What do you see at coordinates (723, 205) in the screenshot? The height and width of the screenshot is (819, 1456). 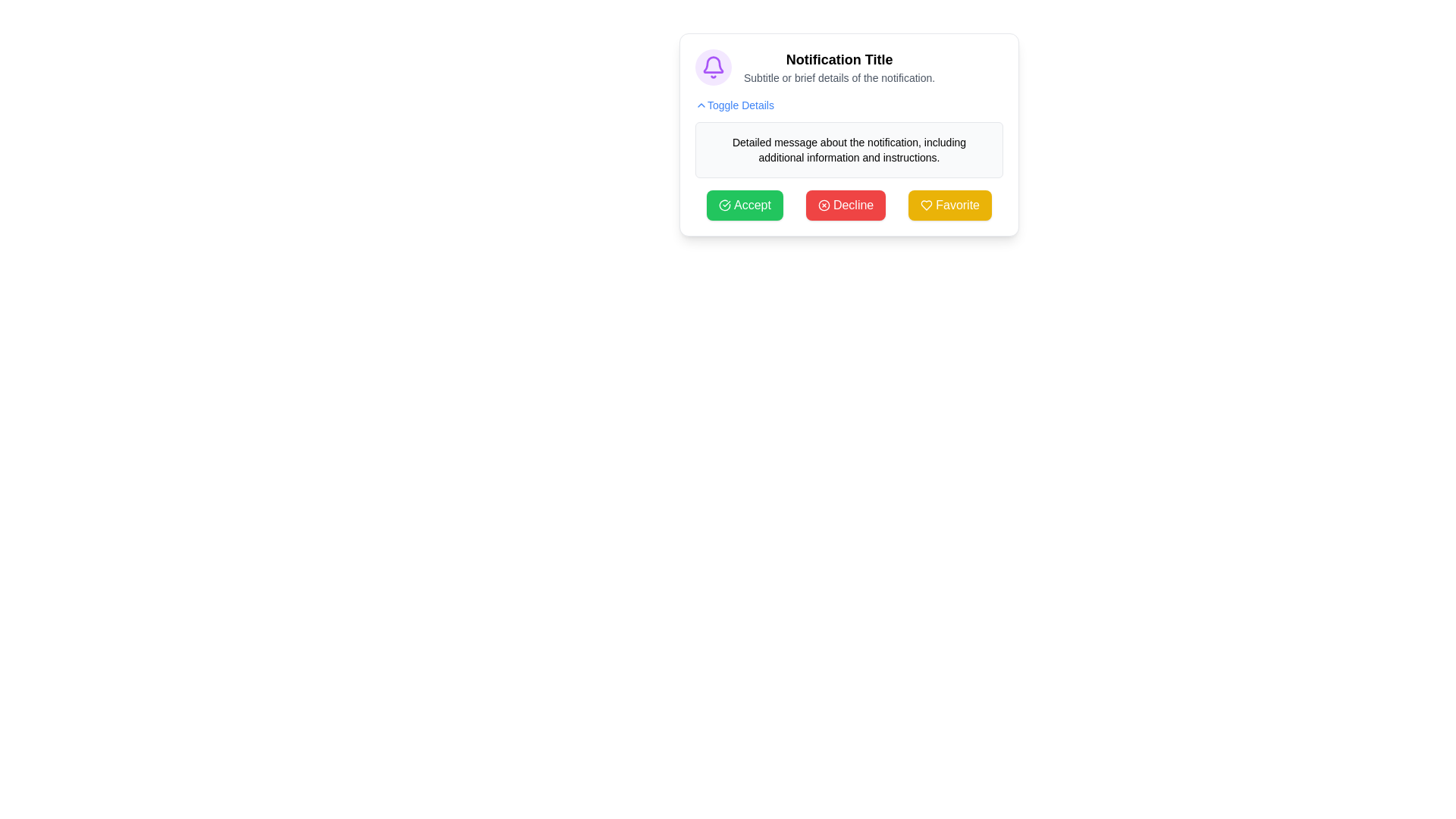 I see `the 'Accept' button located at the bottom of the notification card to confirm the action or agreement` at bounding box center [723, 205].